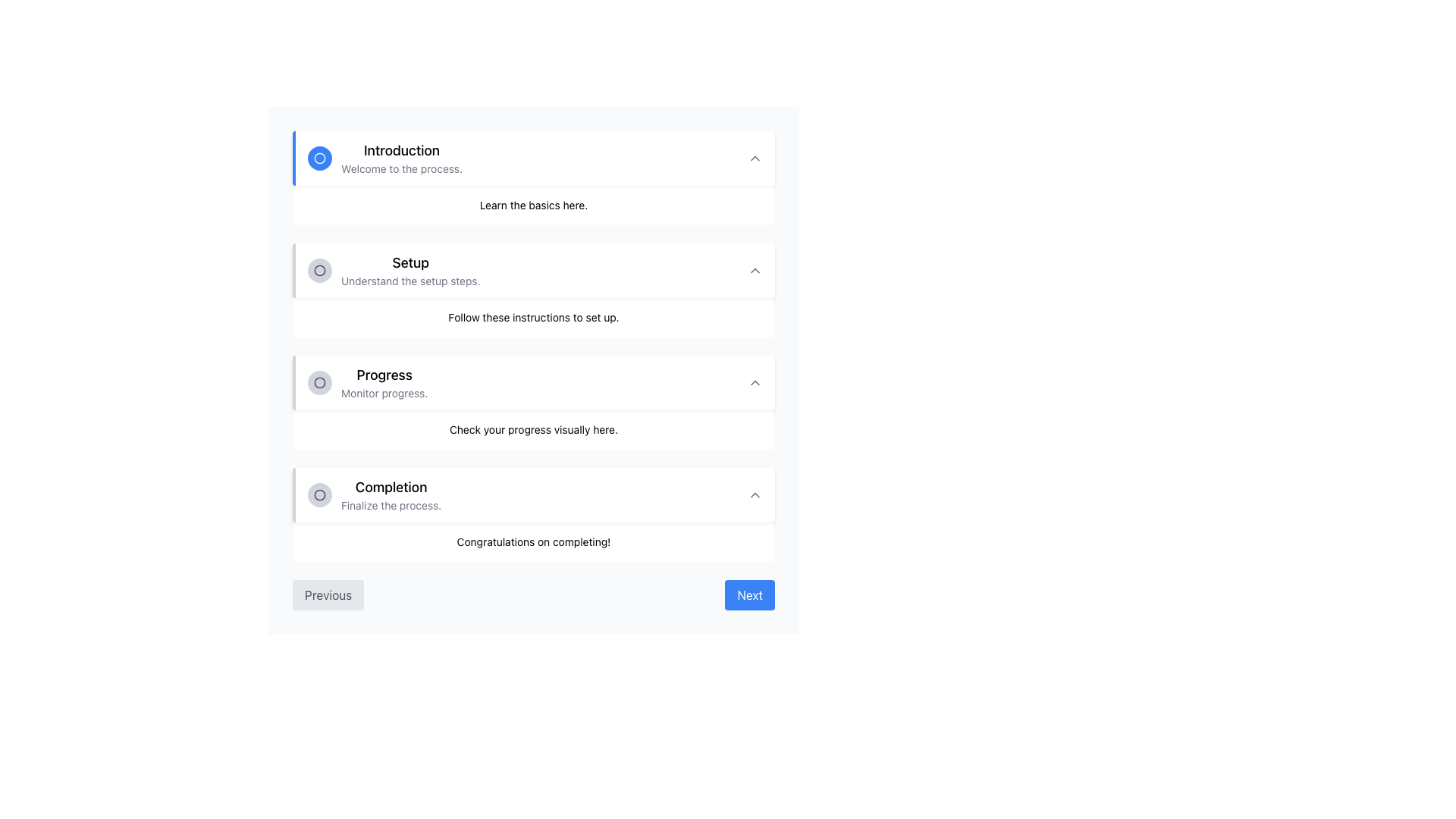 The image size is (1456, 819). Describe the element at coordinates (319, 158) in the screenshot. I see `the small circular icon with a blue background and white outline, which is the first icon to the left of the 'Introduction' text` at that location.